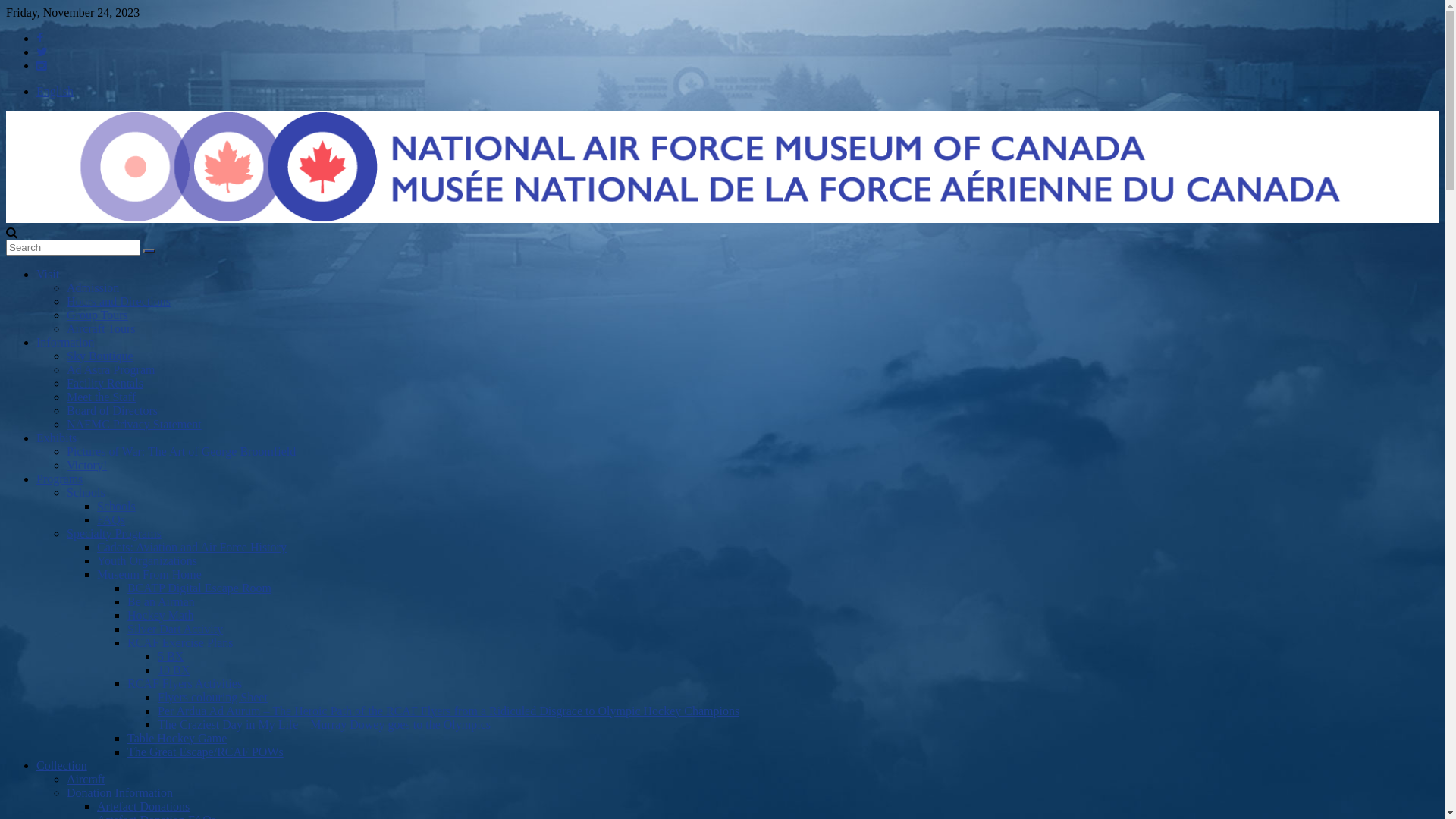 This screenshot has height=819, width=1456. I want to click on 'English', so click(36, 91).